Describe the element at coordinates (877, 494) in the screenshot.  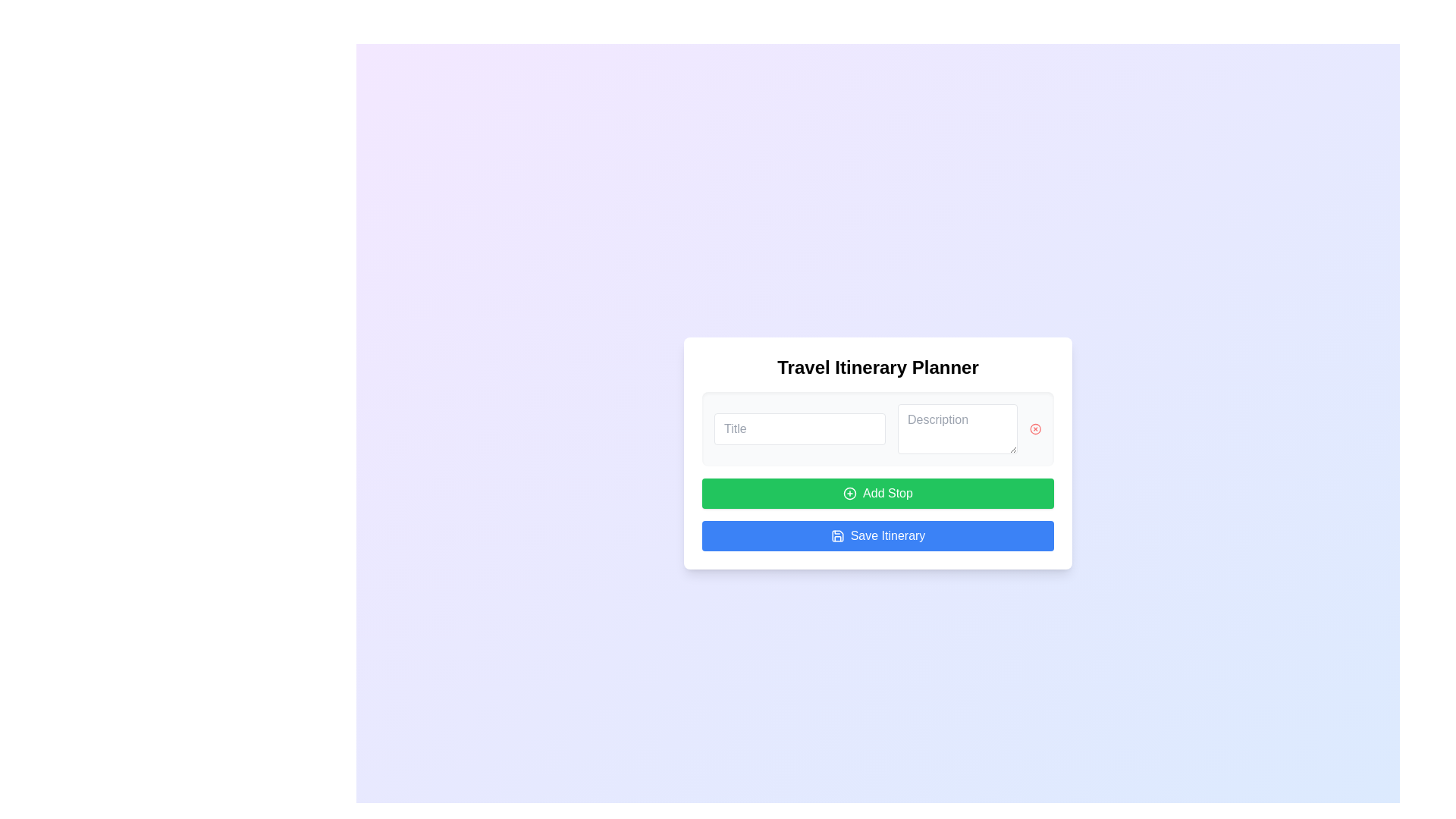
I see `the 'Add Stop' button, which has a green background, white text, and a plus-circle icon, located below the 'Title' and 'Description' input fields` at that location.